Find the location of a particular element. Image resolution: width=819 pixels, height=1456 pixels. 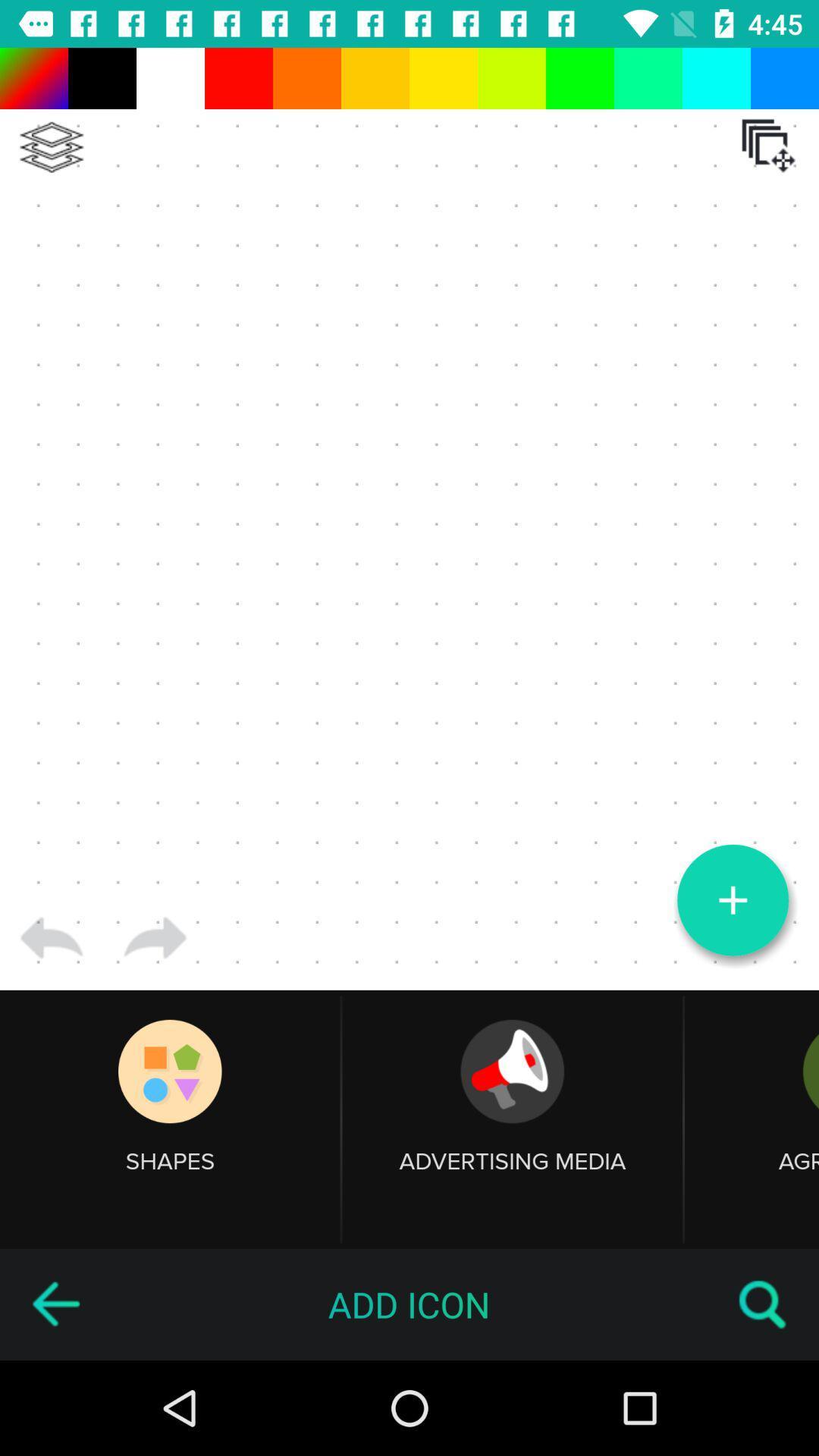

the layers icon is located at coordinates (51, 147).